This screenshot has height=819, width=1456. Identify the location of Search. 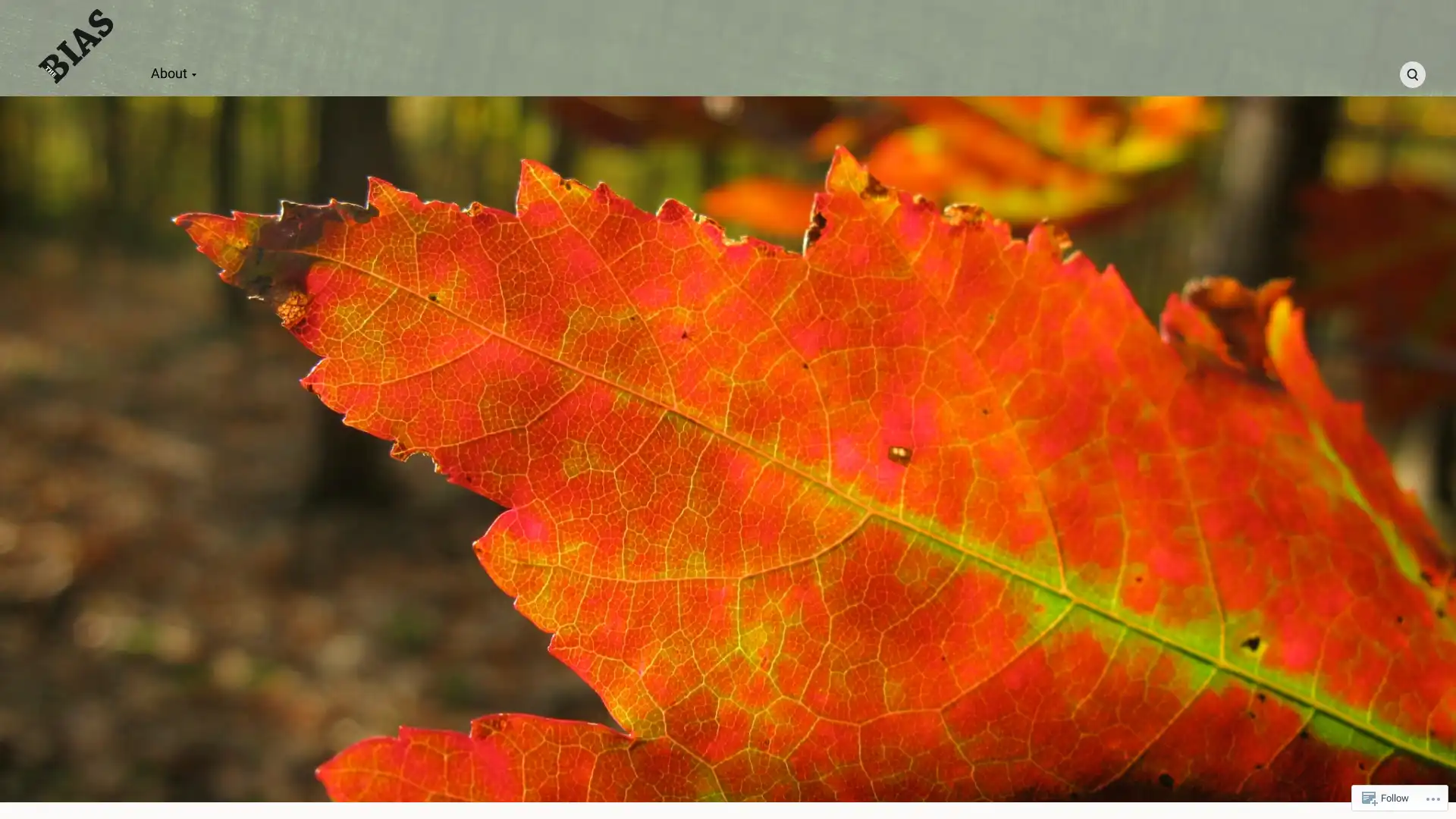
(1411, 74).